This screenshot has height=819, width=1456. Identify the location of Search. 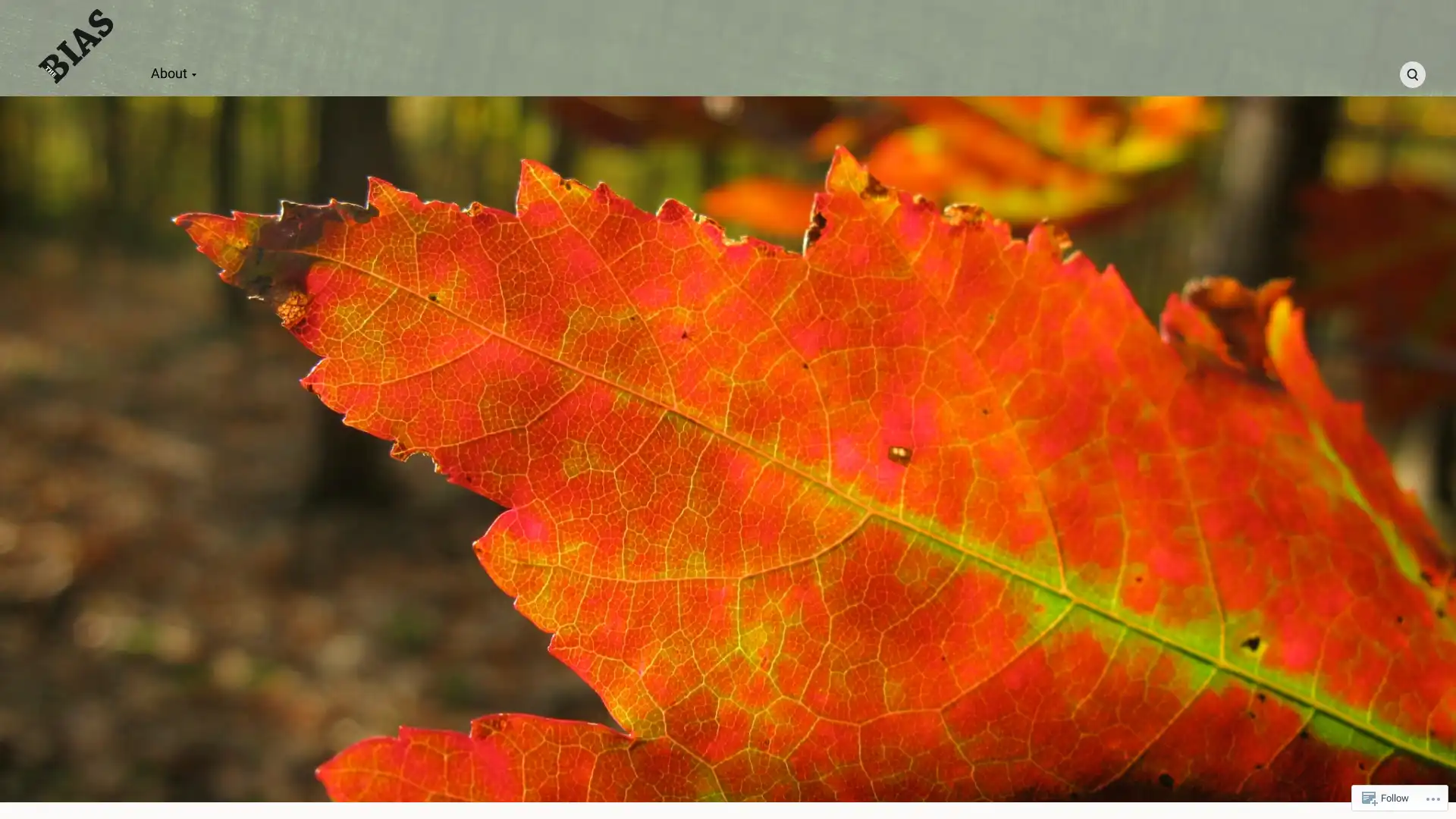
(1411, 74).